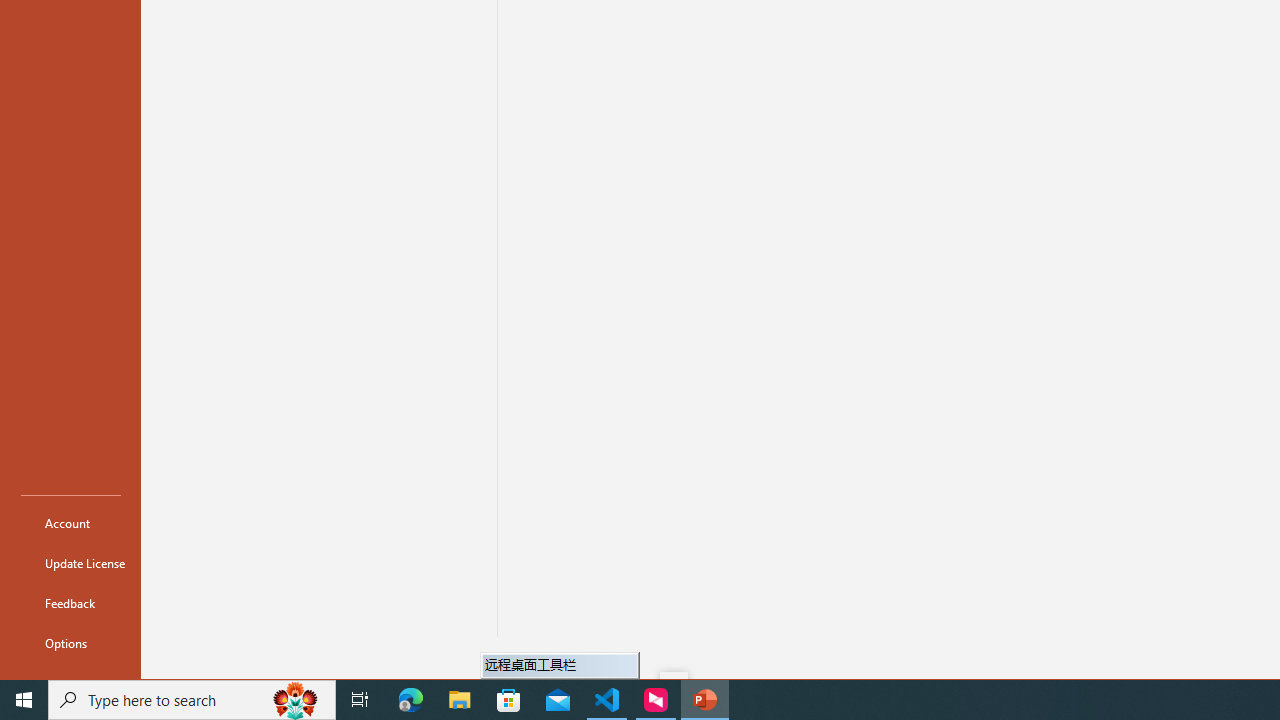  Describe the element at coordinates (71, 563) in the screenshot. I see `'Update License'` at that location.